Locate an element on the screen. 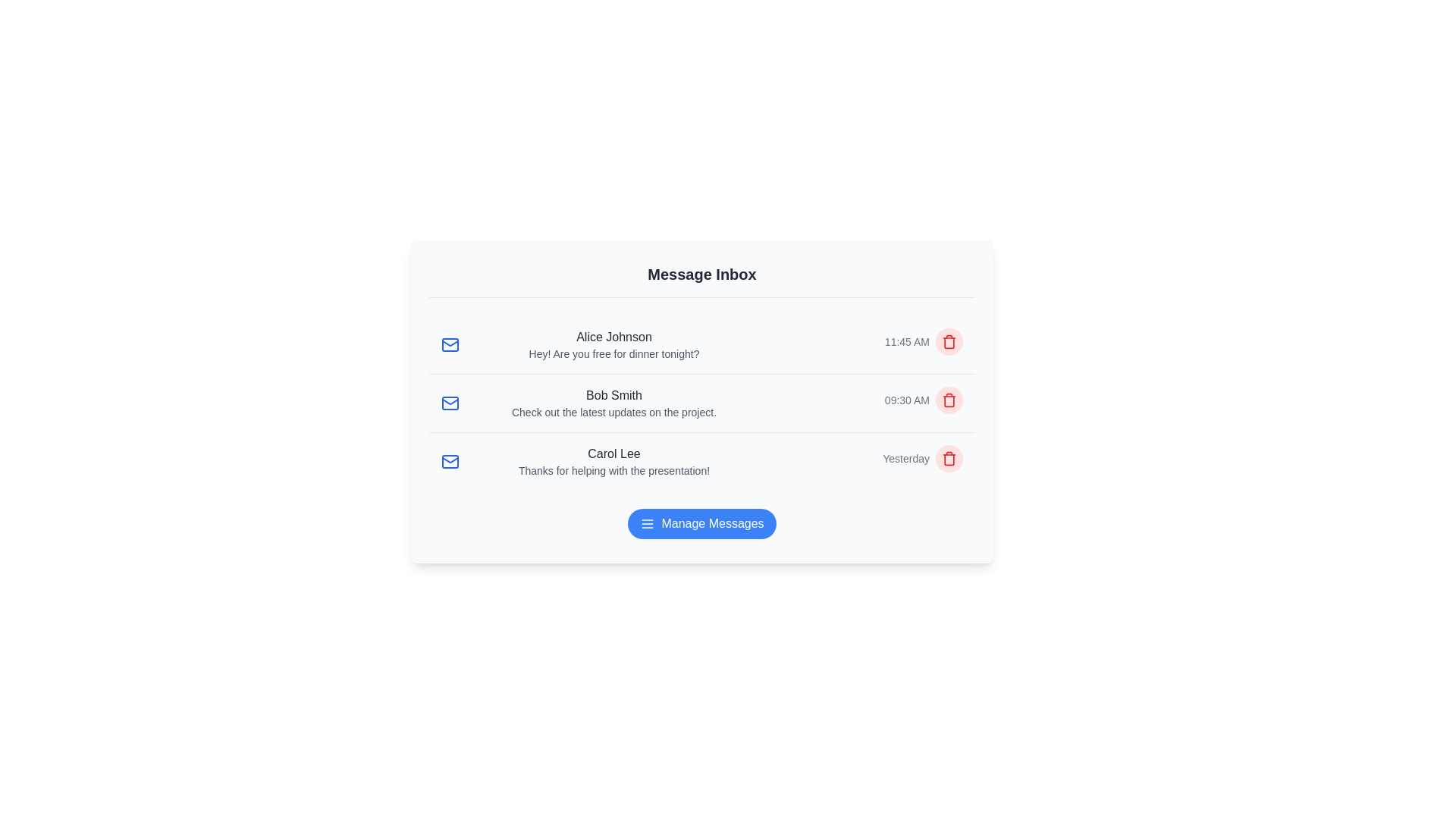  the delete button for the message from Bob Smith is located at coordinates (949, 400).